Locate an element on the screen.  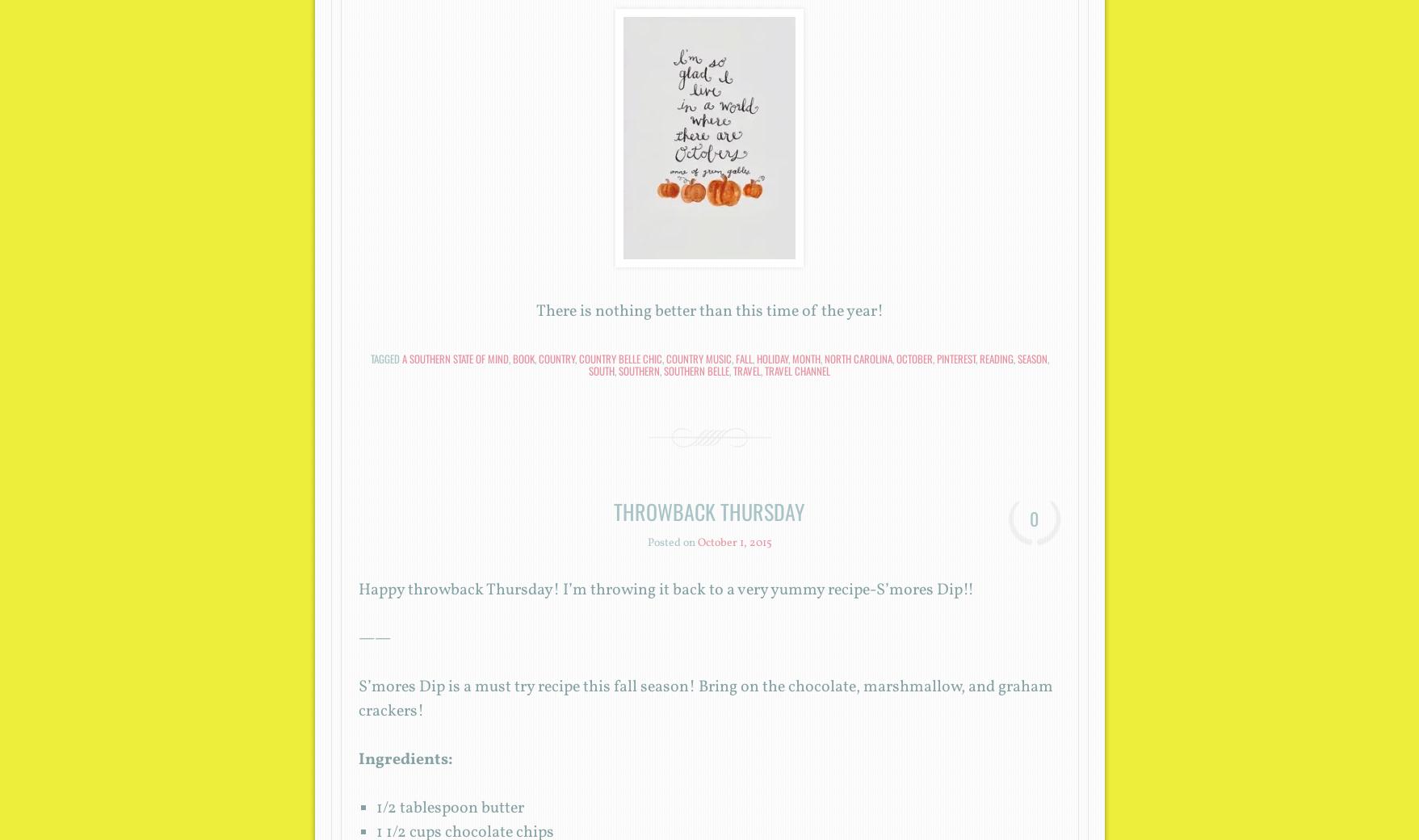
'Happy throwback Thursday! I’m throwing it back to a very yummy recipe-S’mores Dip!!' is located at coordinates (665, 590).